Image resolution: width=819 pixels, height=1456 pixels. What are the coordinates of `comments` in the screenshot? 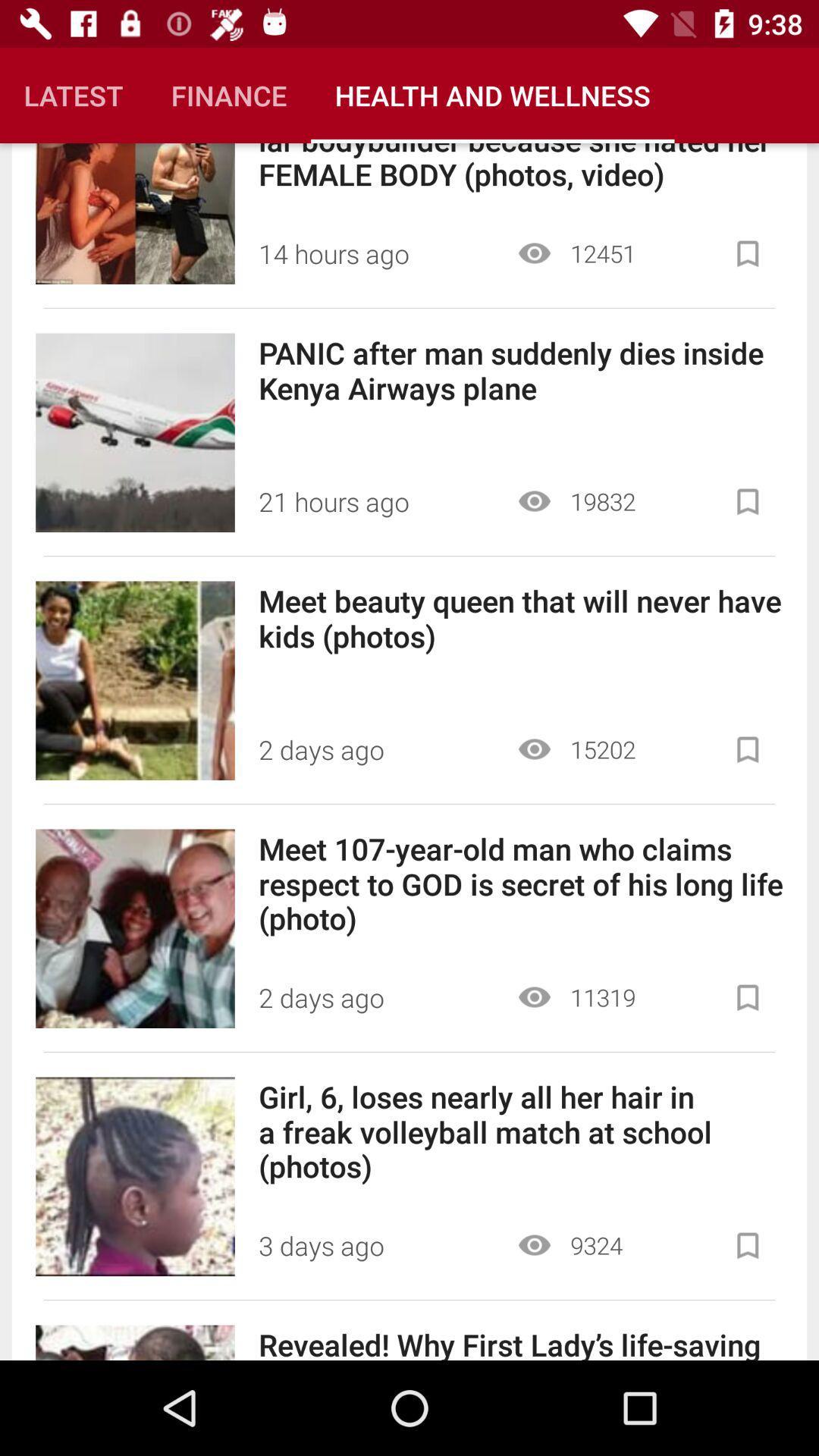 It's located at (747, 1245).